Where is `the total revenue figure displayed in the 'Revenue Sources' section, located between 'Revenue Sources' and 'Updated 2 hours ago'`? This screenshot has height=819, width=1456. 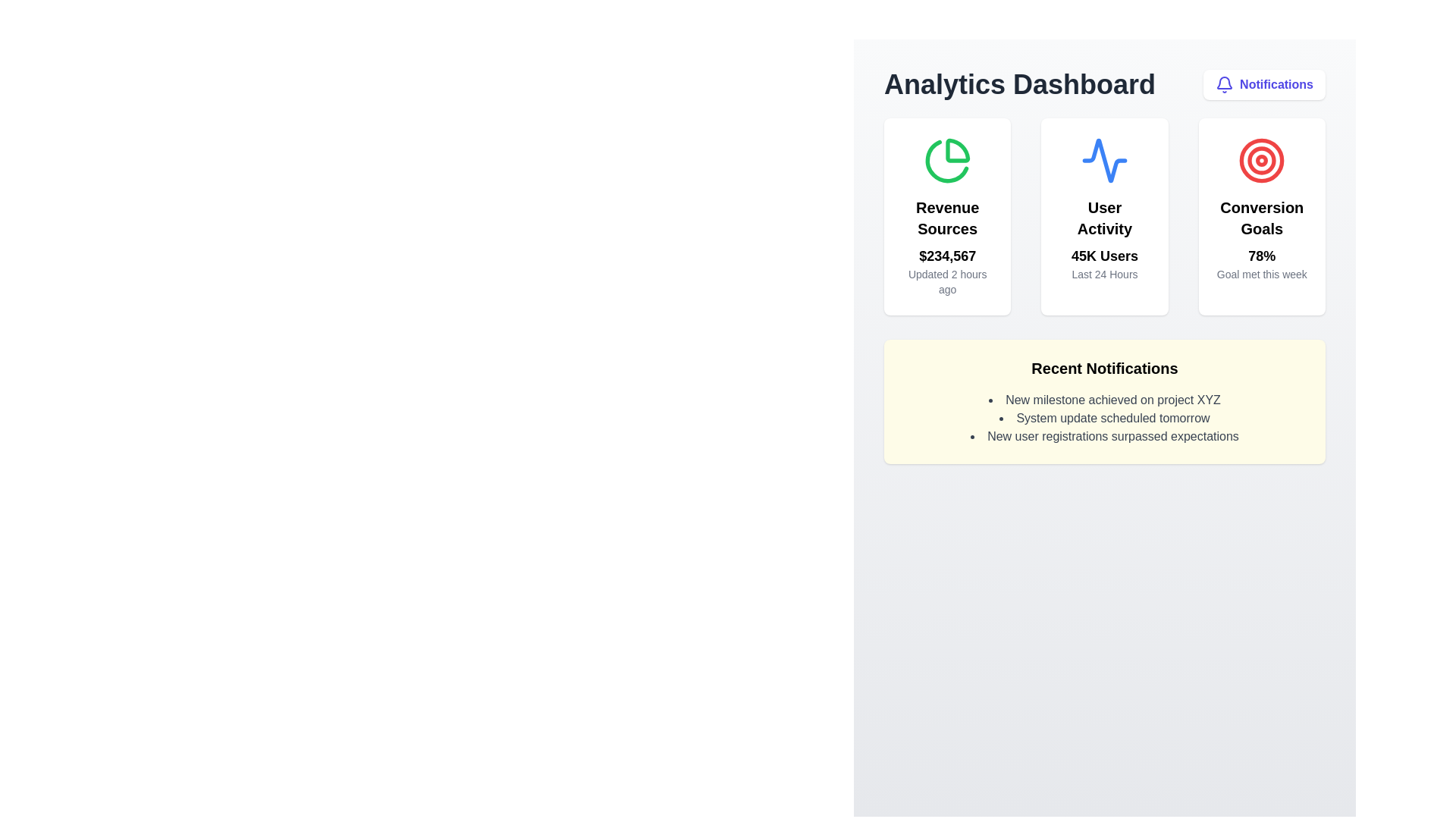
the total revenue figure displayed in the 'Revenue Sources' section, located between 'Revenue Sources' and 'Updated 2 hours ago' is located at coordinates (946, 256).